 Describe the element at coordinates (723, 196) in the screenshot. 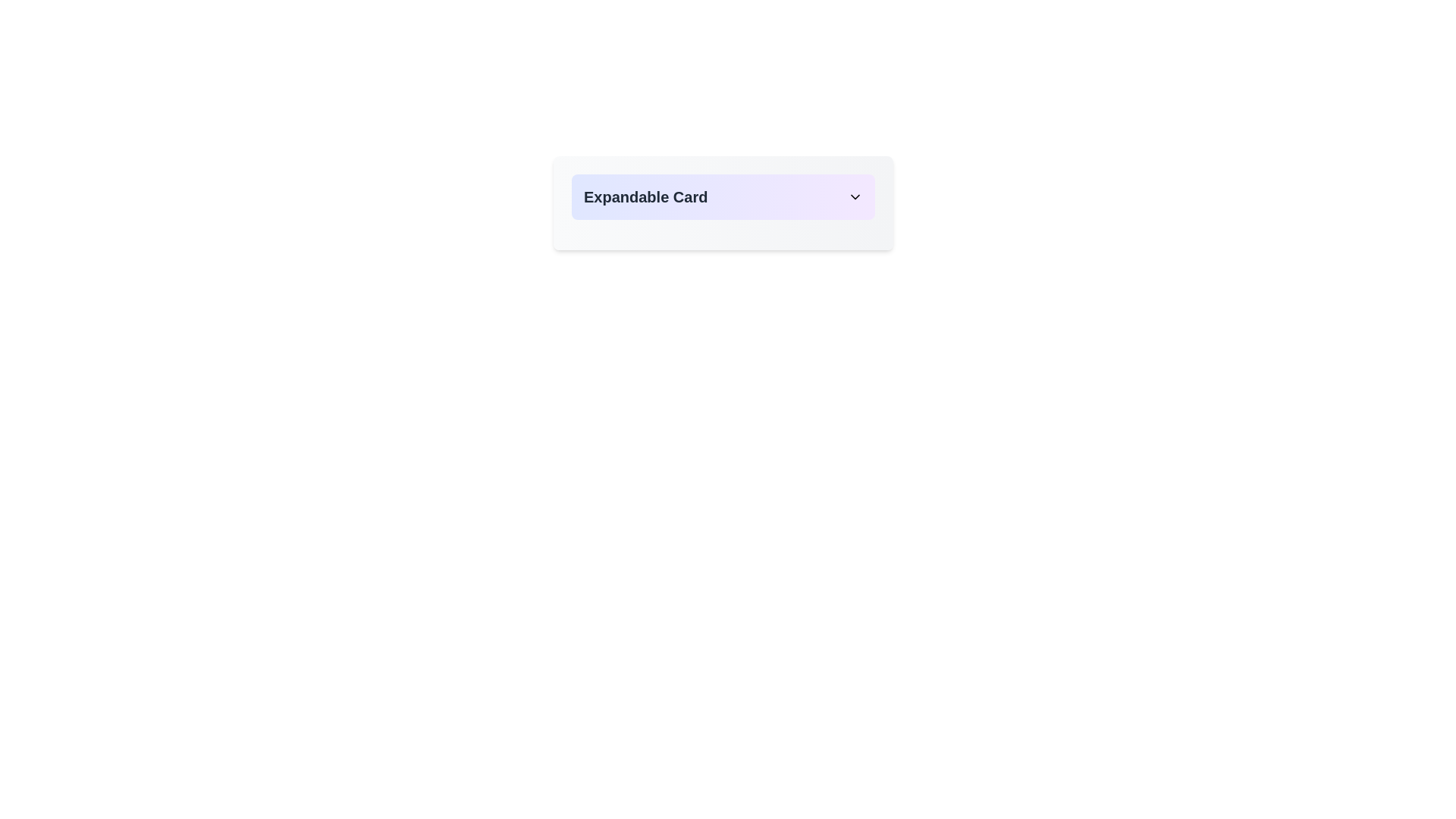

I see `the card header to expand the card` at that location.